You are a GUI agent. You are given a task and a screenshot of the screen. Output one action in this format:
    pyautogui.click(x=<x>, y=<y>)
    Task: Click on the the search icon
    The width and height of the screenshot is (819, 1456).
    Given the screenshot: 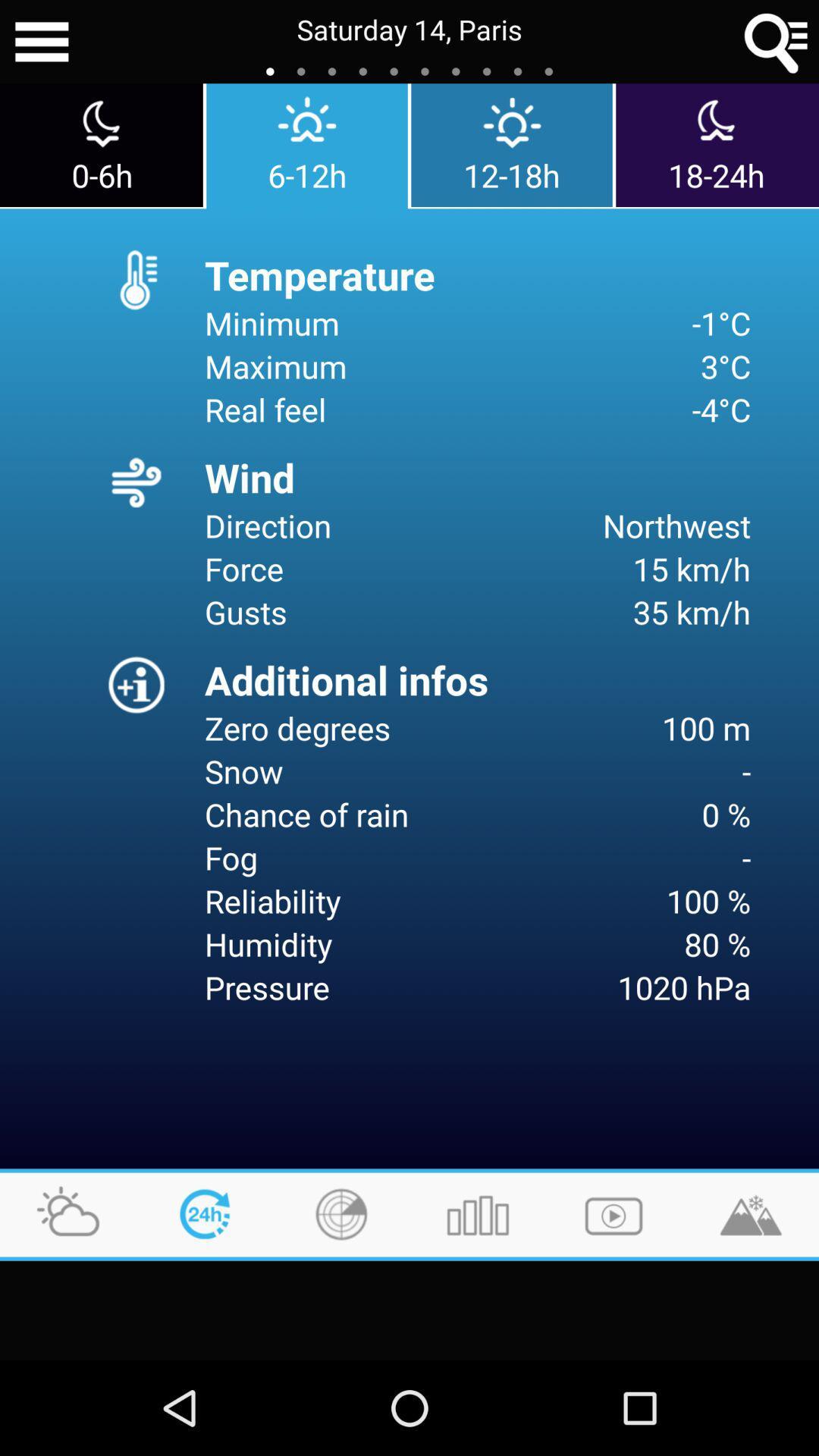 What is the action you would take?
    pyautogui.click(x=777, y=44)
    